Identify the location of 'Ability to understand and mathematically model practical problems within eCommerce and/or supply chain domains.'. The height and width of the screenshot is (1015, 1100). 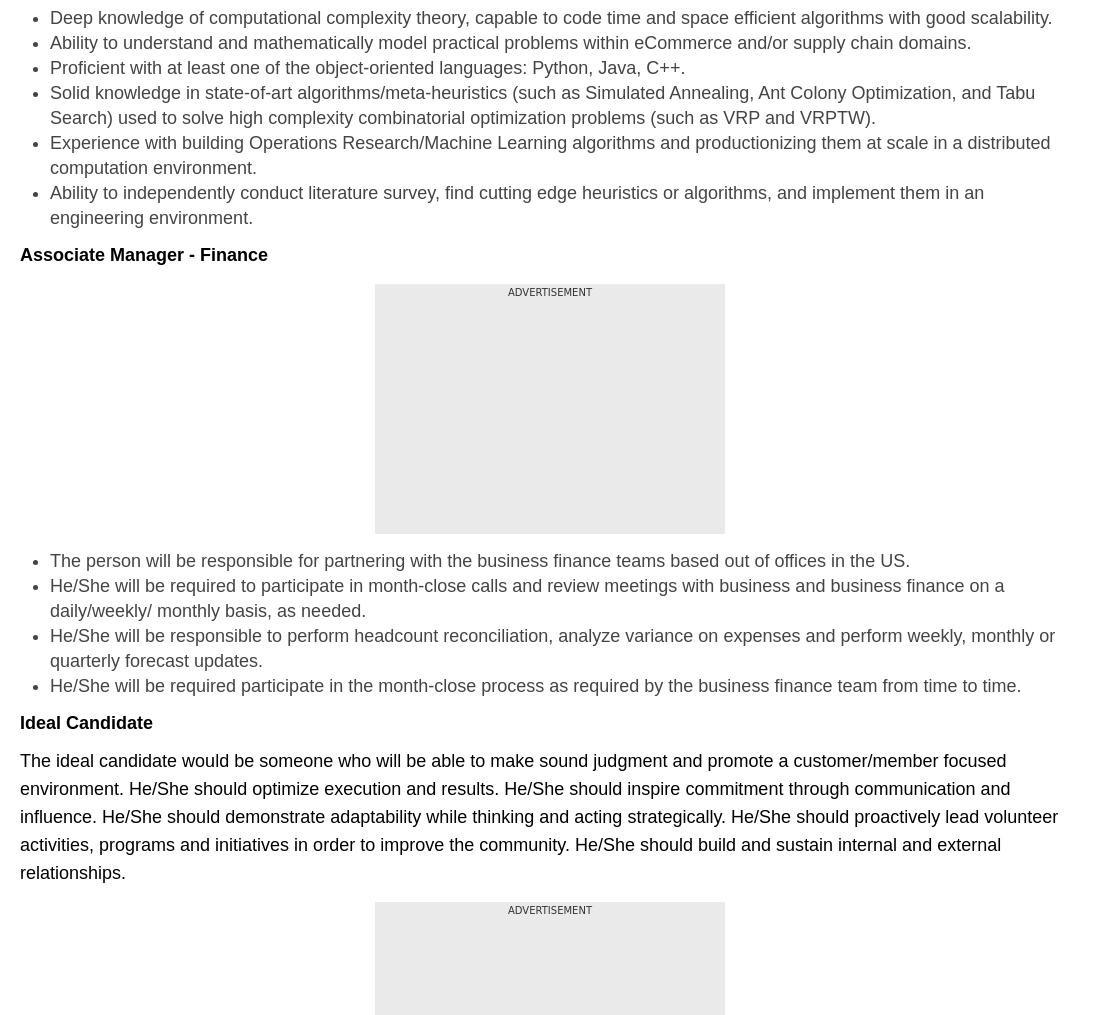
(49, 41).